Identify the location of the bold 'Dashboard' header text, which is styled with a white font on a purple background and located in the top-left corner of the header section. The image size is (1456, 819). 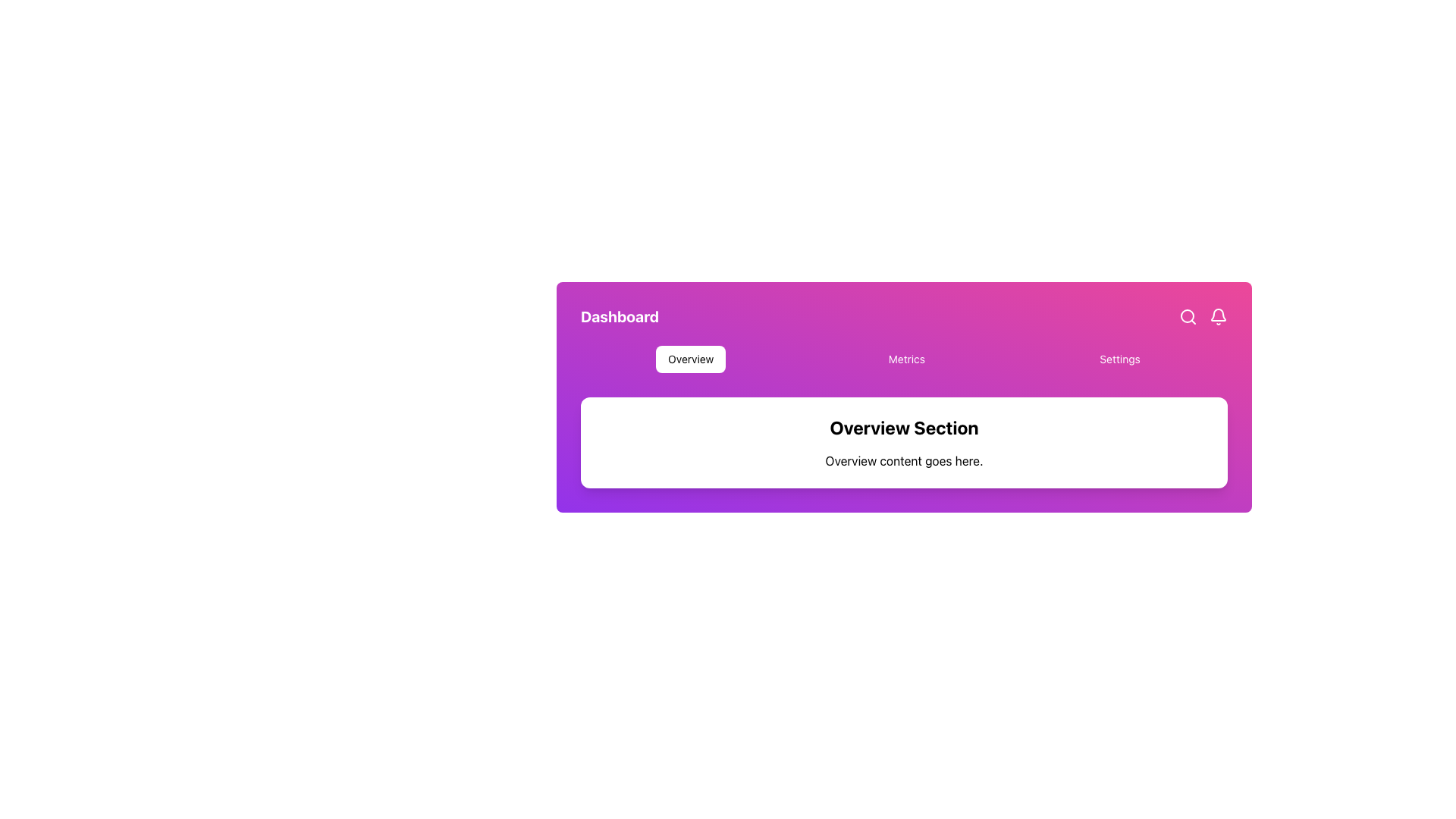
(620, 315).